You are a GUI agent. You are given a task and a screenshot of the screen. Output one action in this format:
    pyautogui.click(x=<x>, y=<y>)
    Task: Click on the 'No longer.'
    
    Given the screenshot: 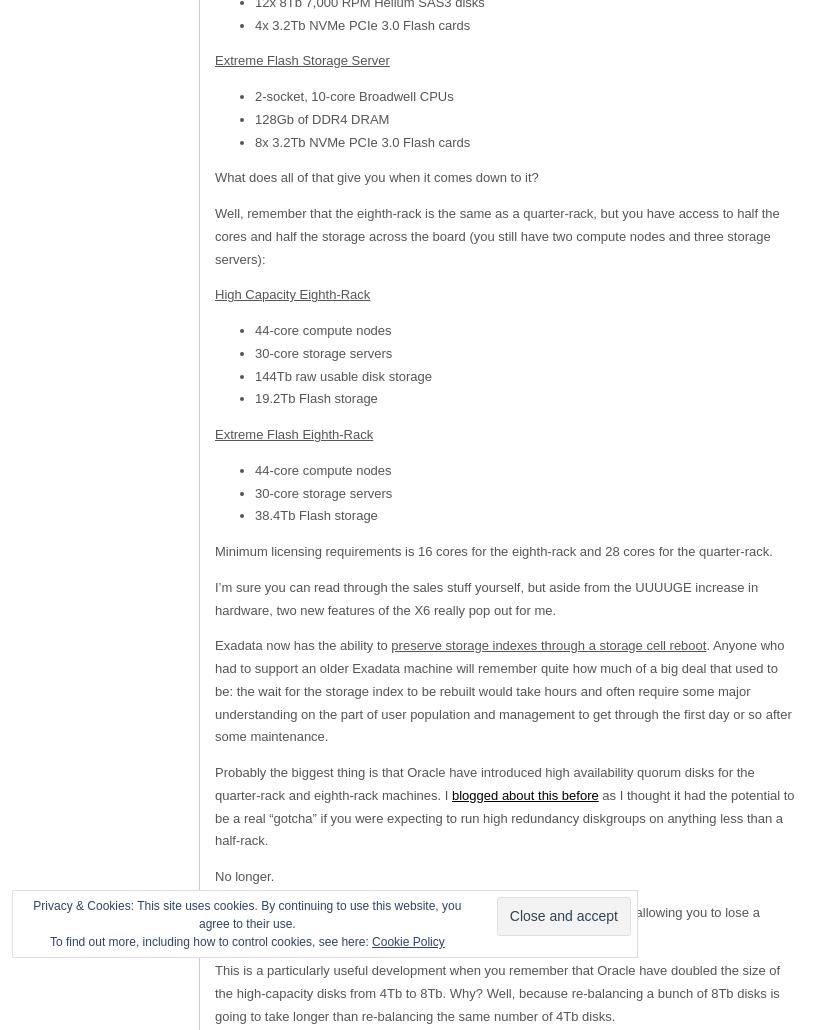 What is the action you would take?
    pyautogui.click(x=243, y=876)
    